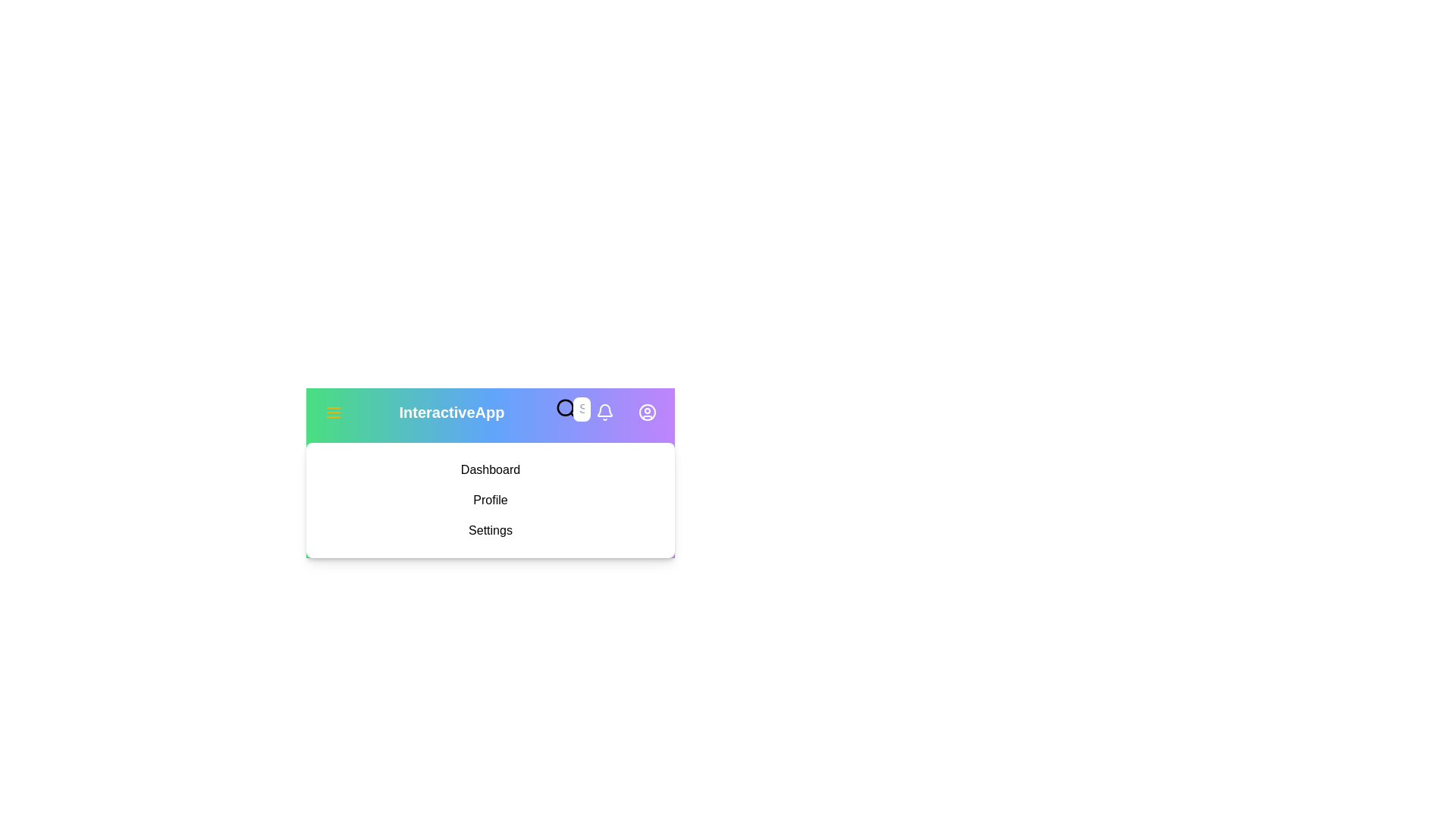  What do you see at coordinates (491, 529) in the screenshot?
I see `the menu item Settings from the sidebar` at bounding box center [491, 529].